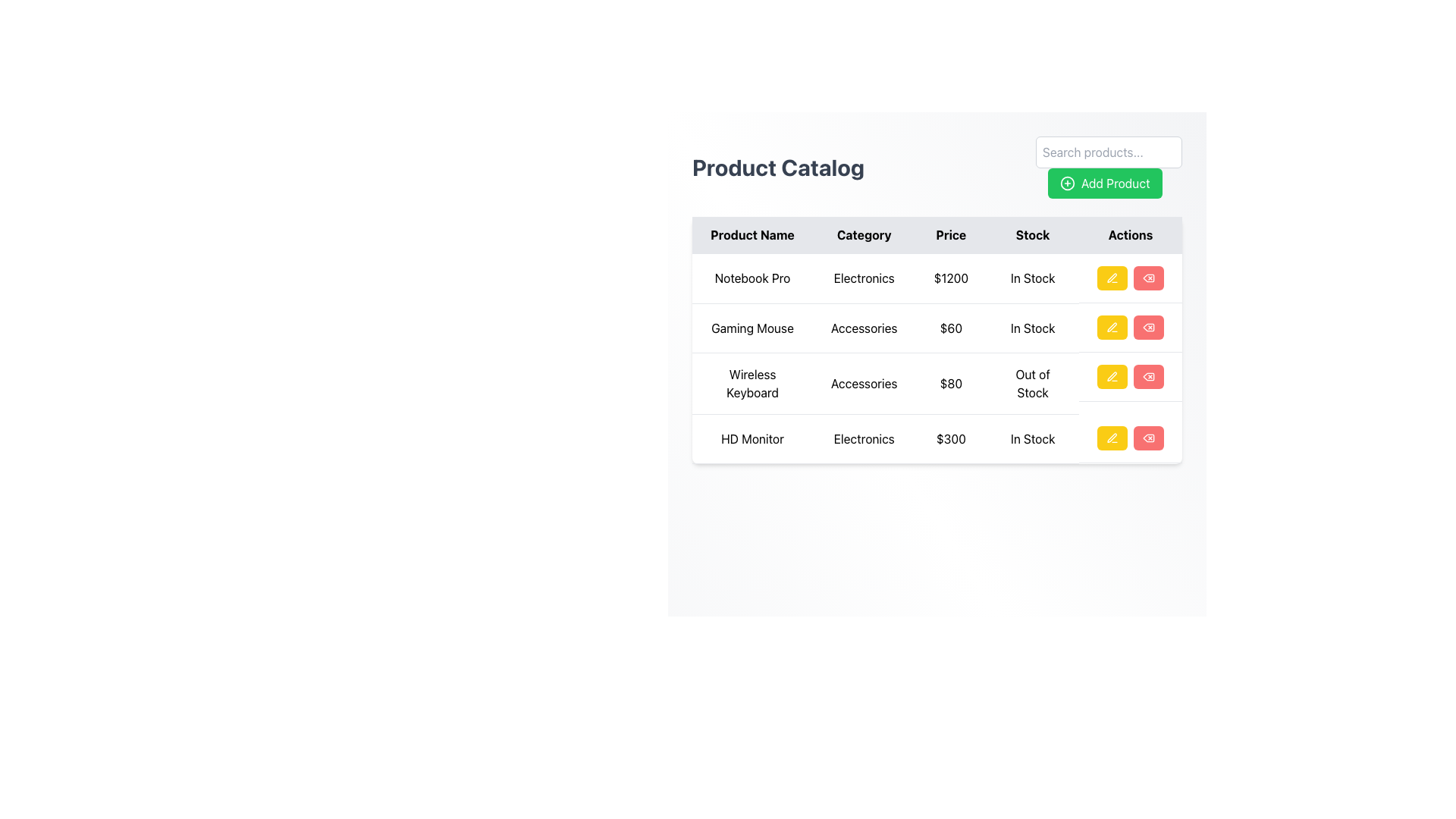 This screenshot has width=1456, height=819. Describe the element at coordinates (1149, 438) in the screenshot. I see `the red circular button with a white trash bin icon` at that location.